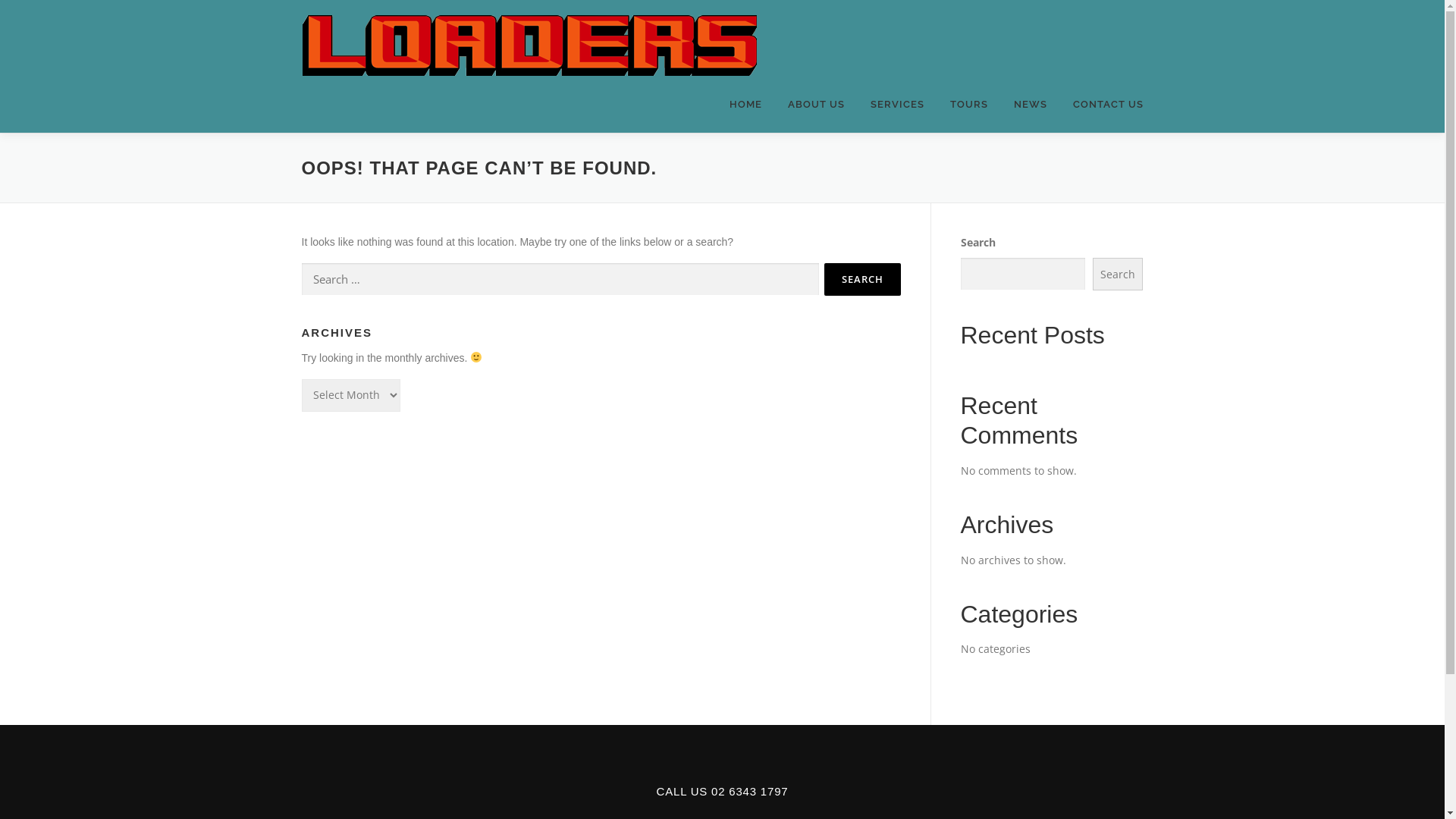  I want to click on 'TOURS', so click(968, 103).